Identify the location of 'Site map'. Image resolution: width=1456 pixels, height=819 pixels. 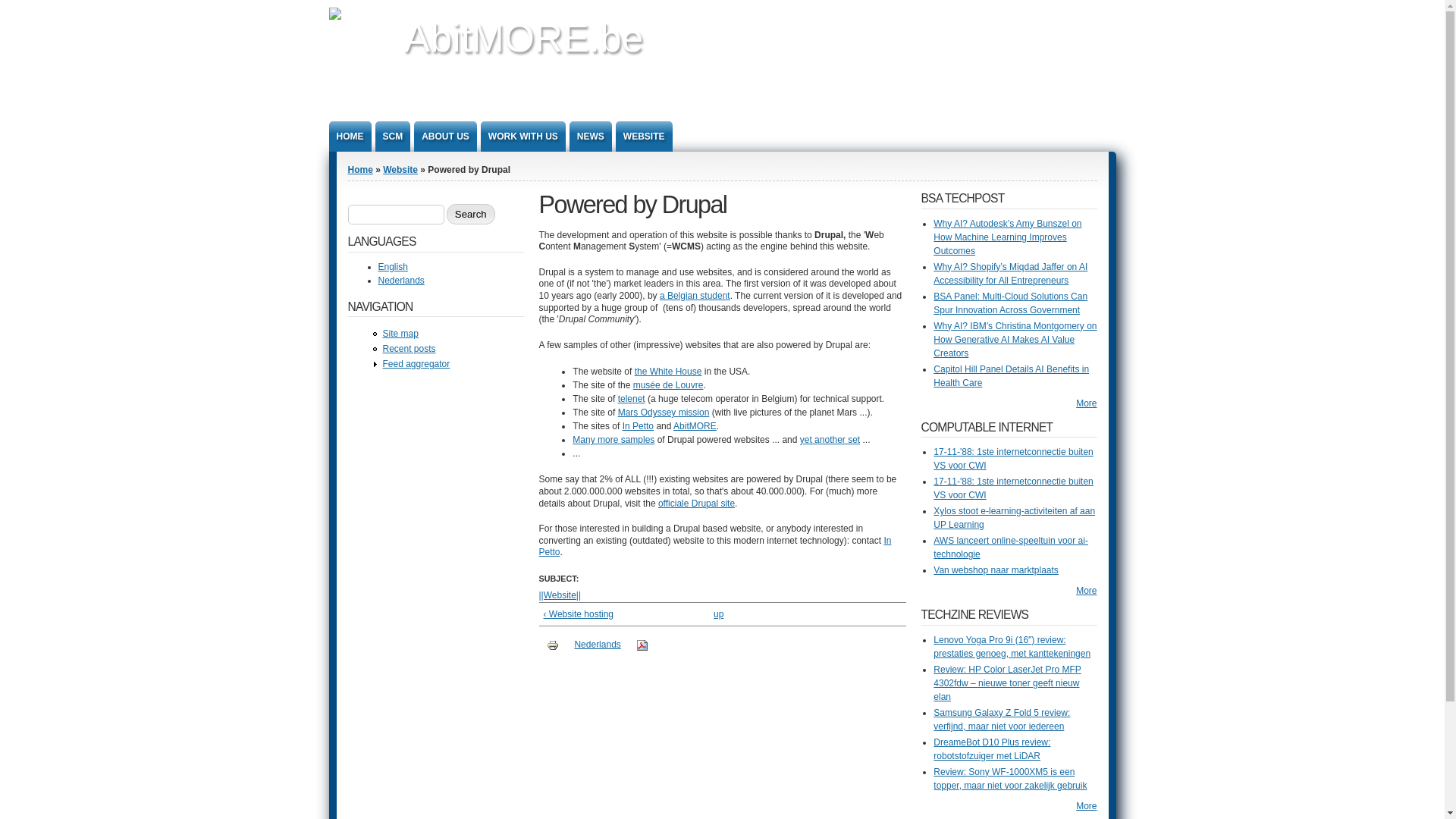
(382, 332).